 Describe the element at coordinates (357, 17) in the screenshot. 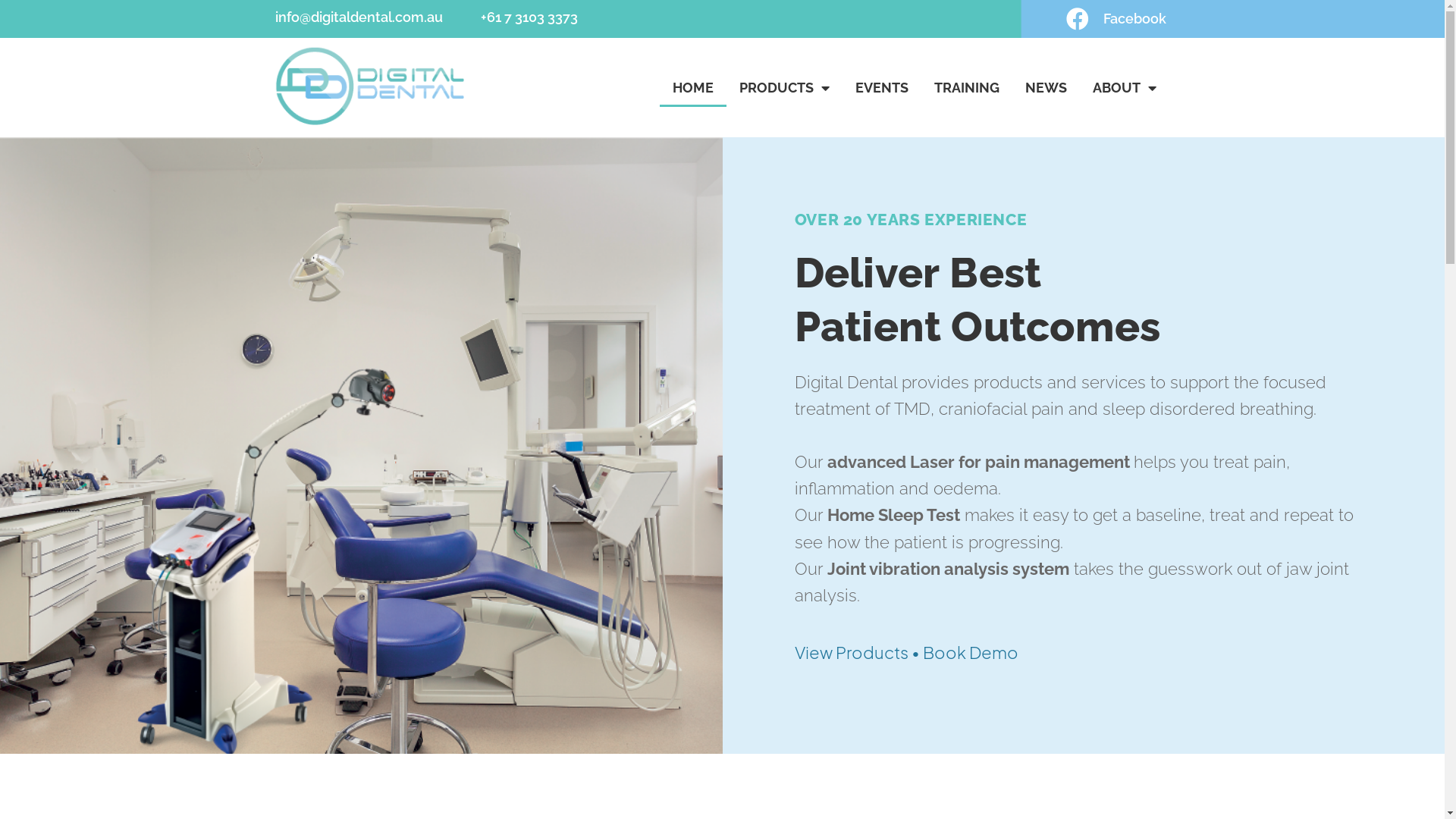

I see `'info@digitaldental.com.au'` at that location.